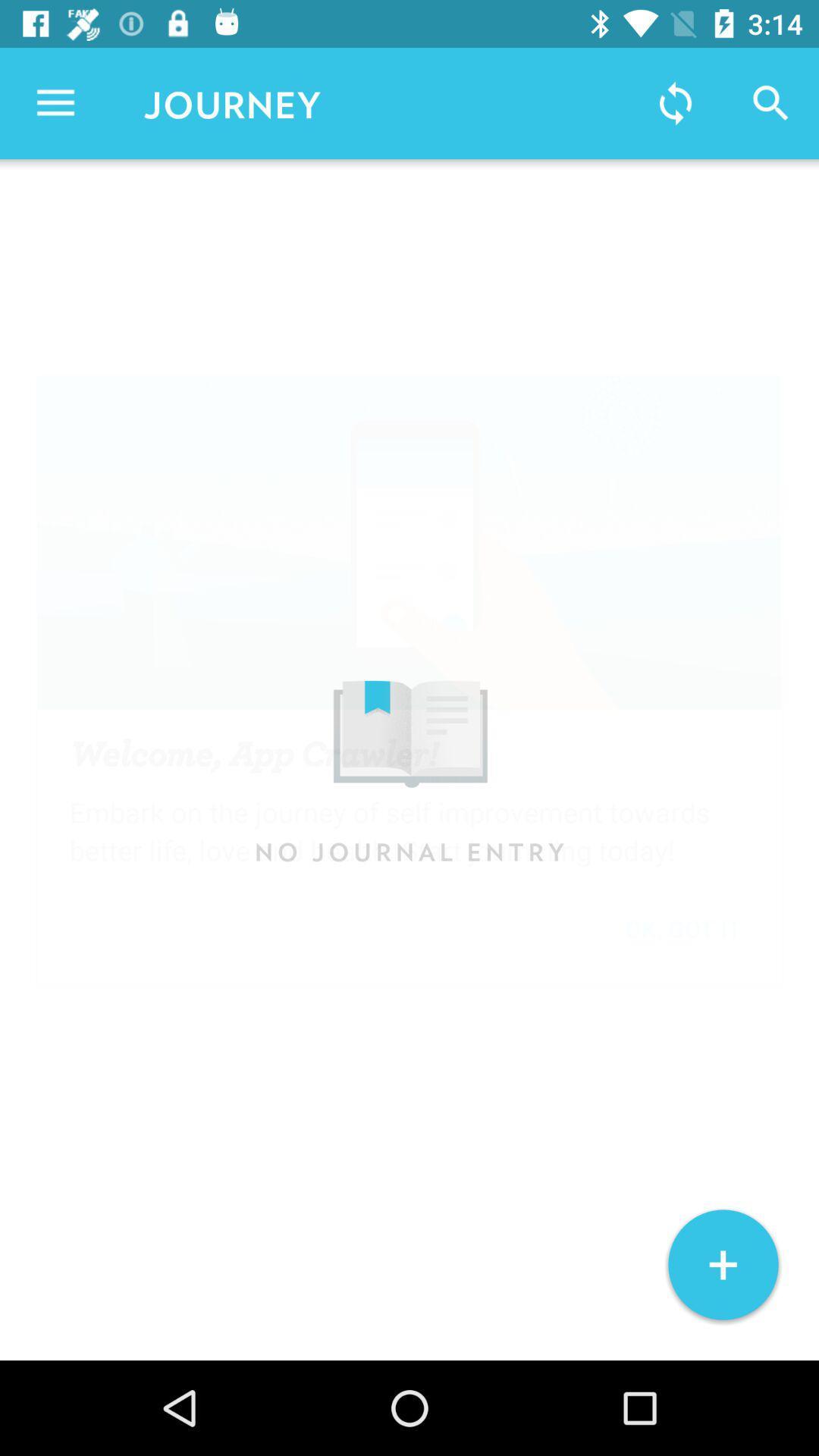 The width and height of the screenshot is (819, 1456). Describe the element at coordinates (722, 1265) in the screenshot. I see `the + icon` at that location.